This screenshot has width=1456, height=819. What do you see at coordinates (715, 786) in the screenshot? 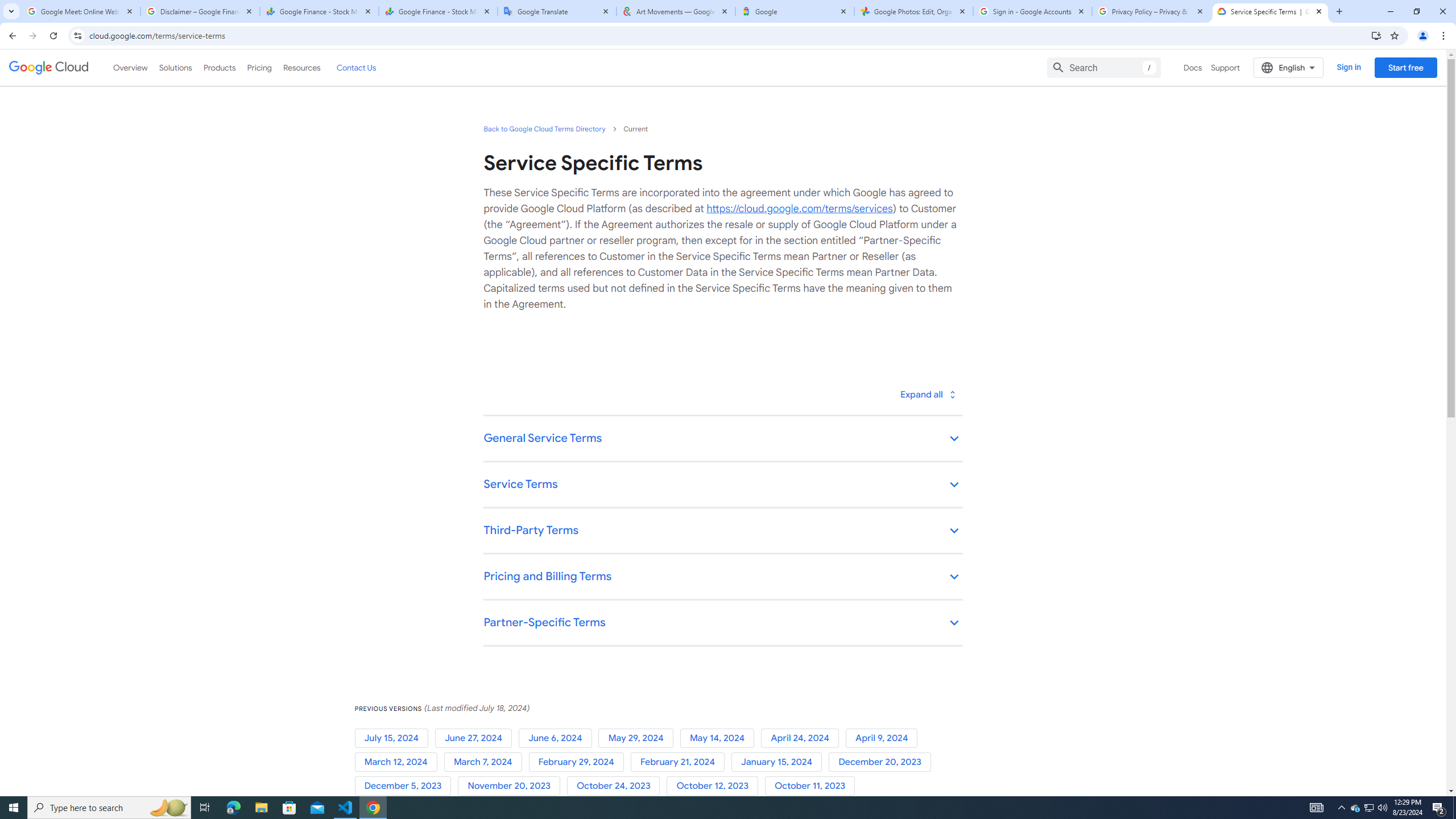
I see `'October 12, 2023'` at bounding box center [715, 786].